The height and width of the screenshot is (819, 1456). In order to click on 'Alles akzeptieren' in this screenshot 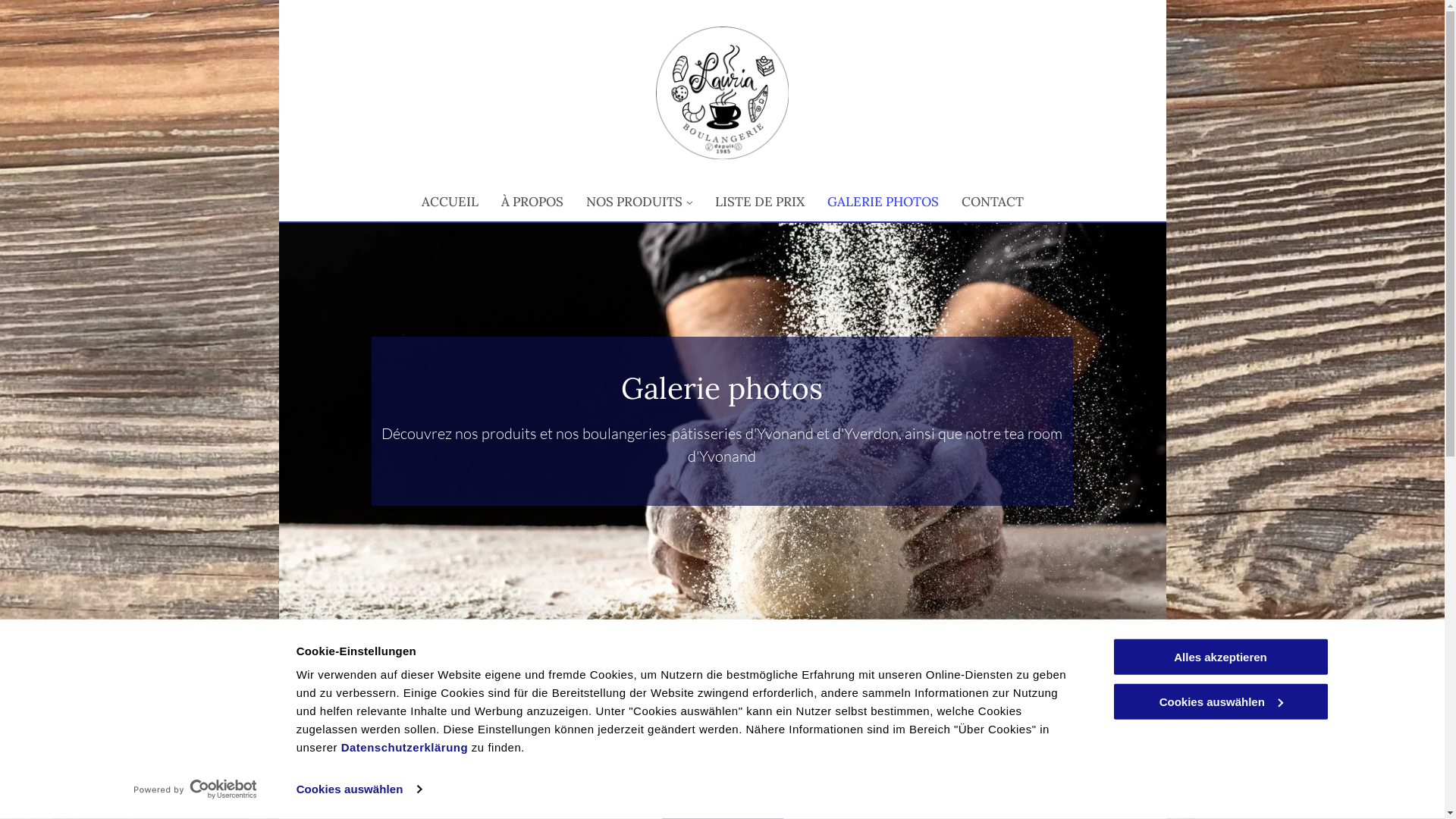, I will do `click(1219, 656)`.